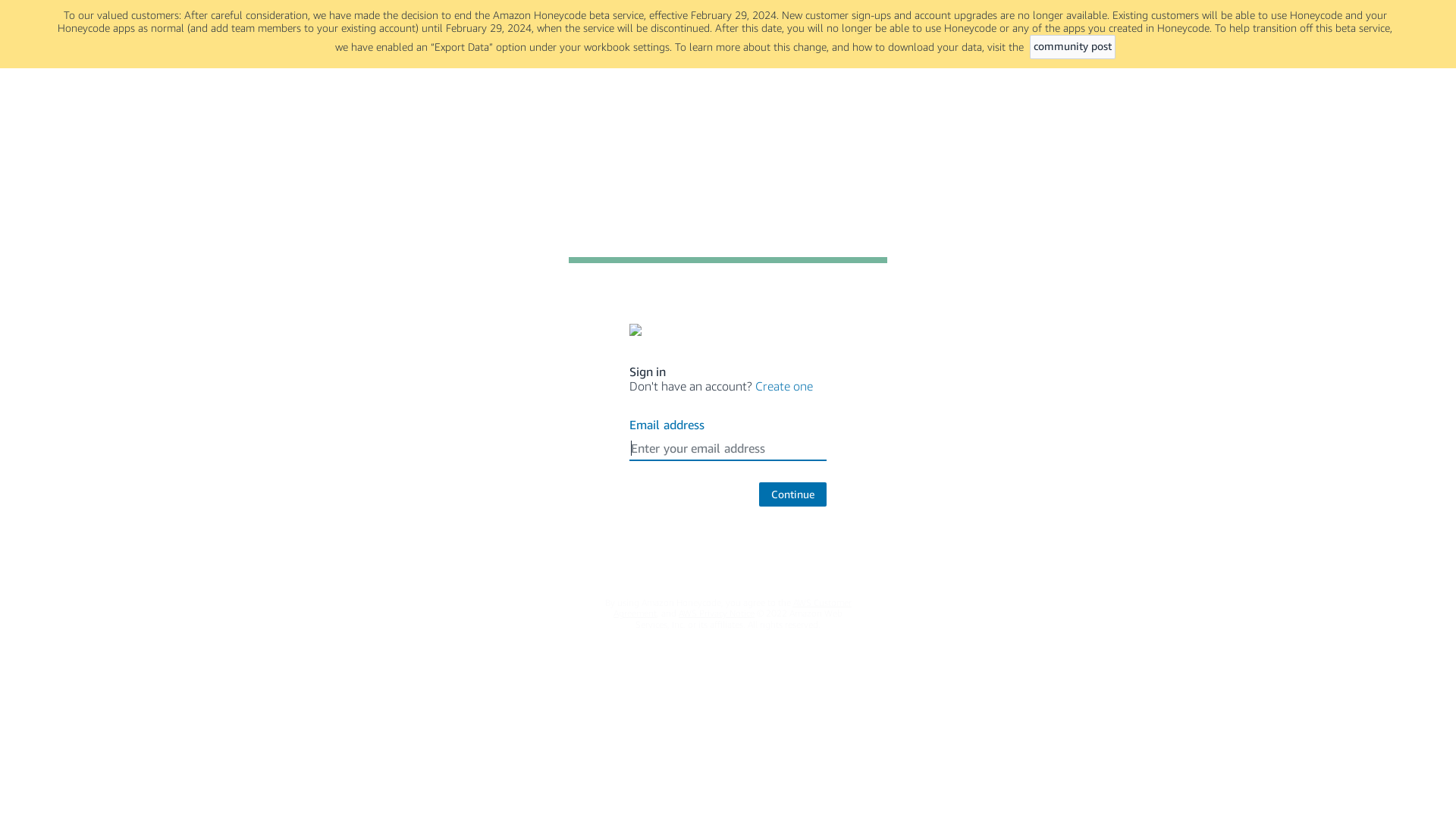 Image resolution: width=1456 pixels, height=819 pixels. What do you see at coordinates (1030, 45) in the screenshot?
I see `'community post'` at bounding box center [1030, 45].